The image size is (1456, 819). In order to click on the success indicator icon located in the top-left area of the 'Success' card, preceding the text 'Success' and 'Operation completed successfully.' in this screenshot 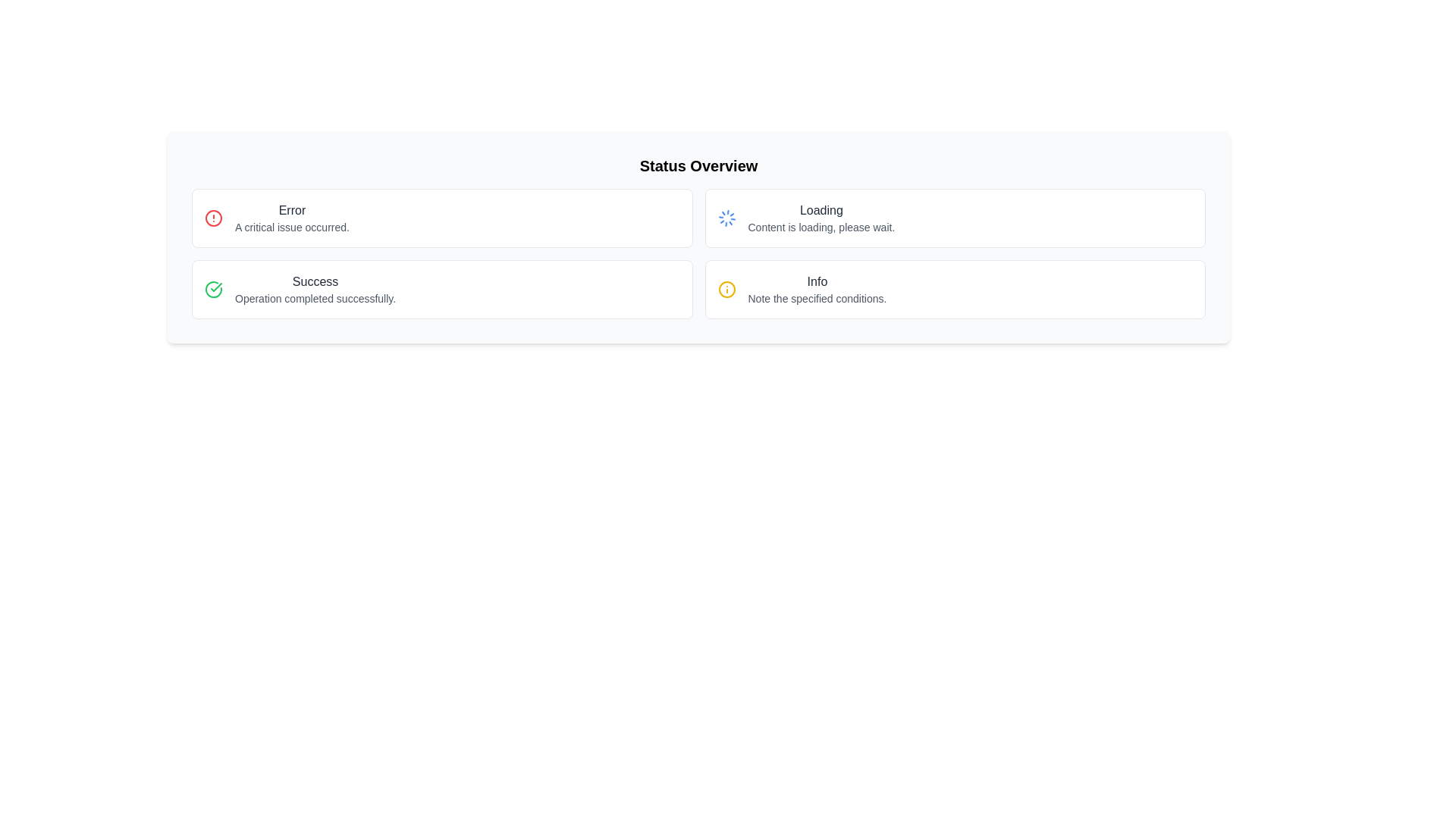, I will do `click(213, 289)`.